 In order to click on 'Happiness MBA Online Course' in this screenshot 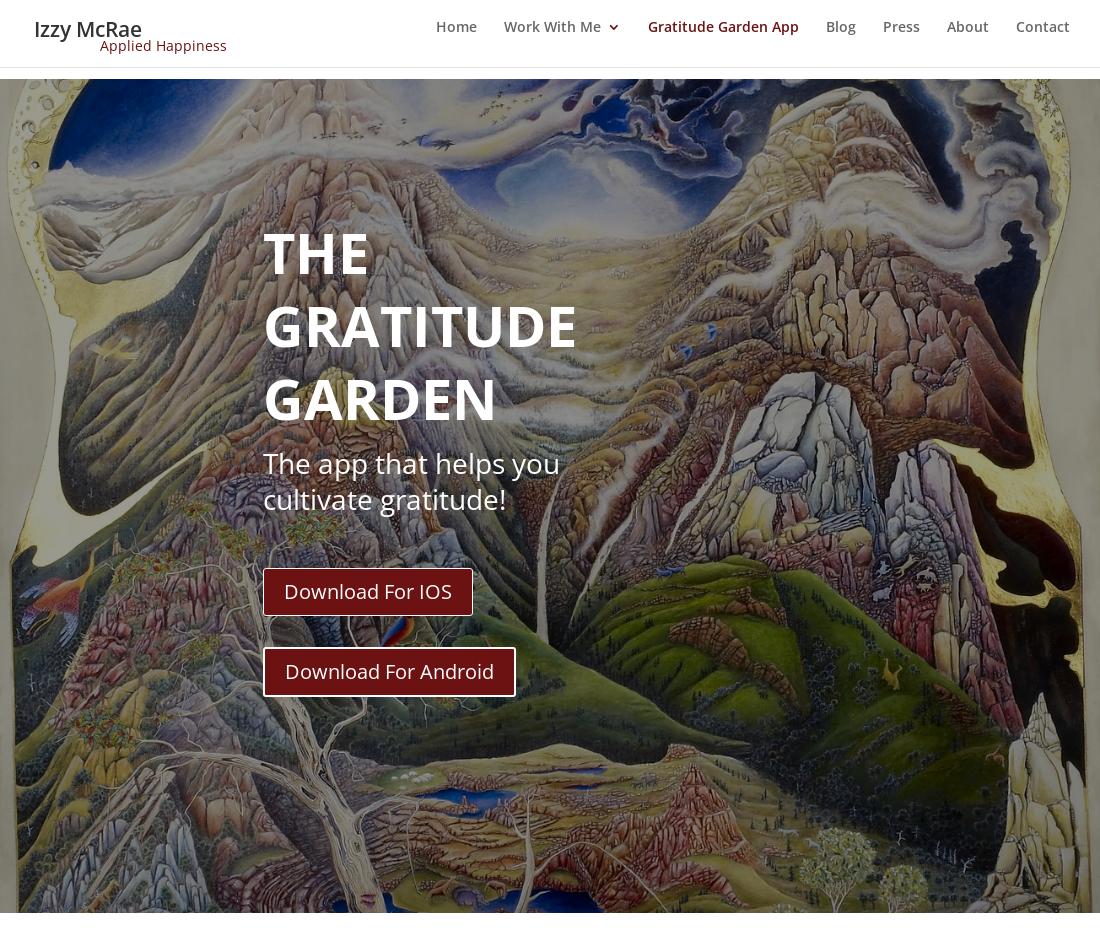, I will do `click(622, 215)`.